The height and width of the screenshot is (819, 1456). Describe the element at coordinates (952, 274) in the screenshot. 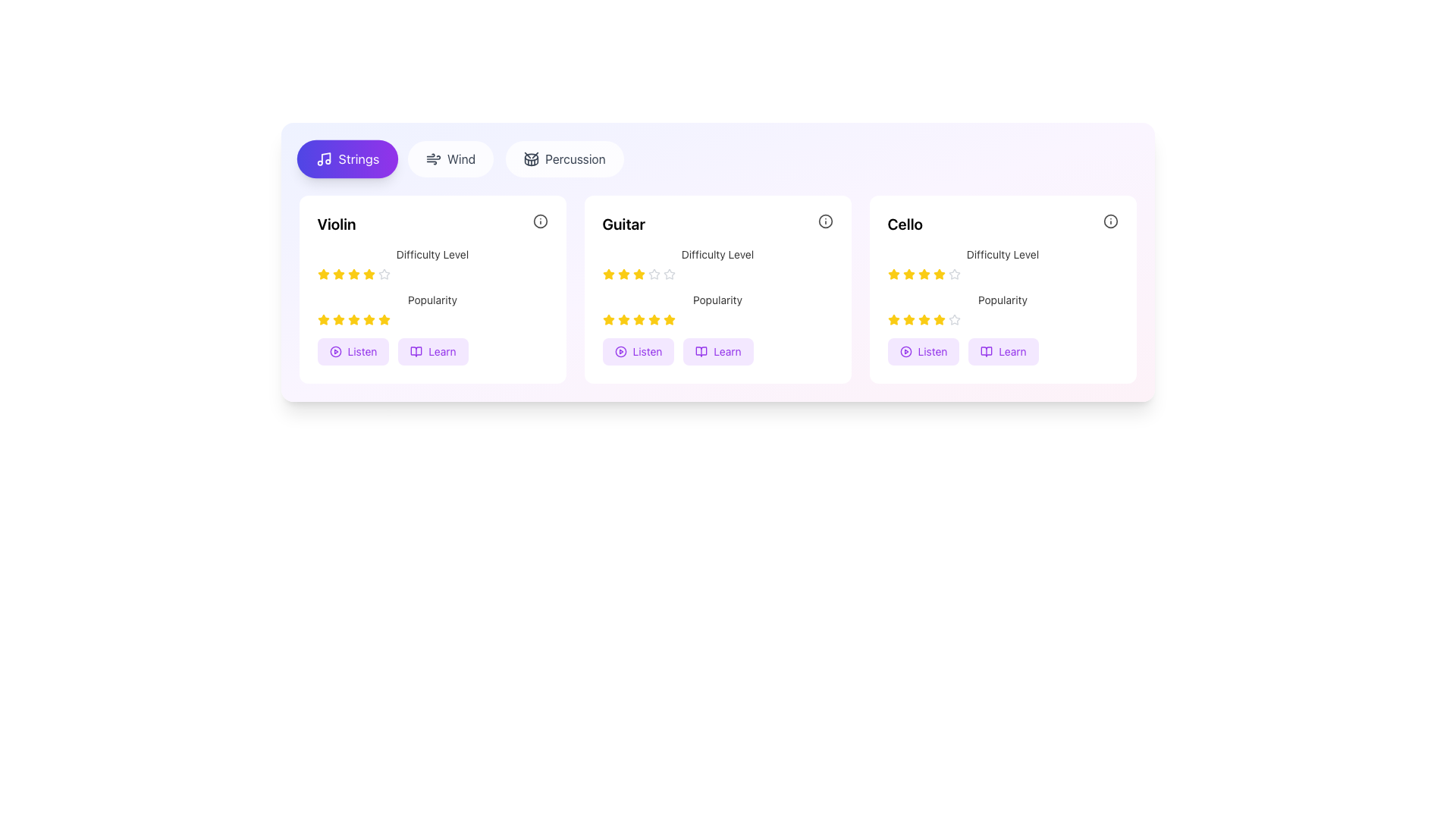

I see `the fifth star in the rating system for the 'Cello' card` at that location.